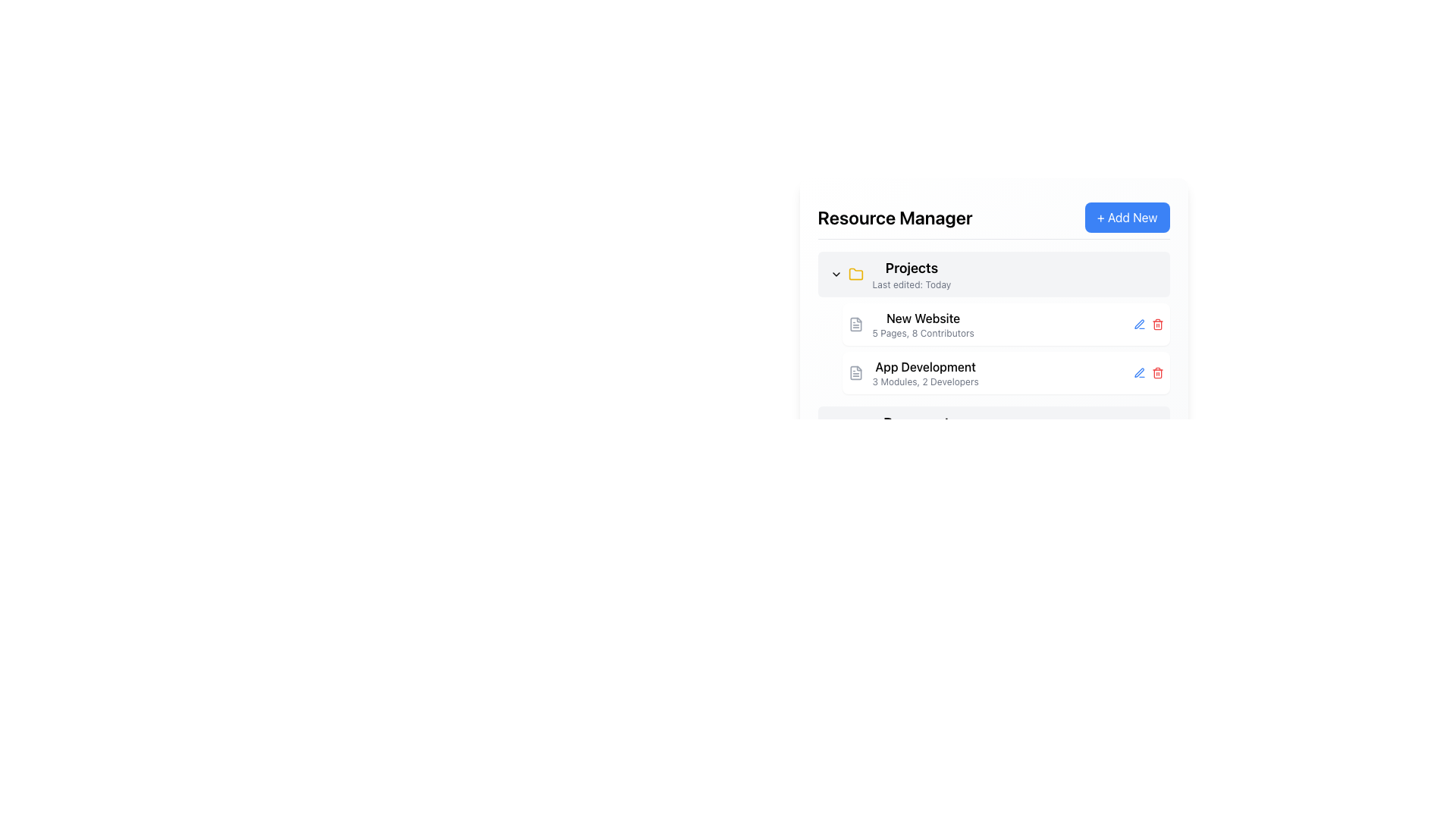 The image size is (1456, 819). I want to click on the project entry in the list-like component, so click(1006, 348).